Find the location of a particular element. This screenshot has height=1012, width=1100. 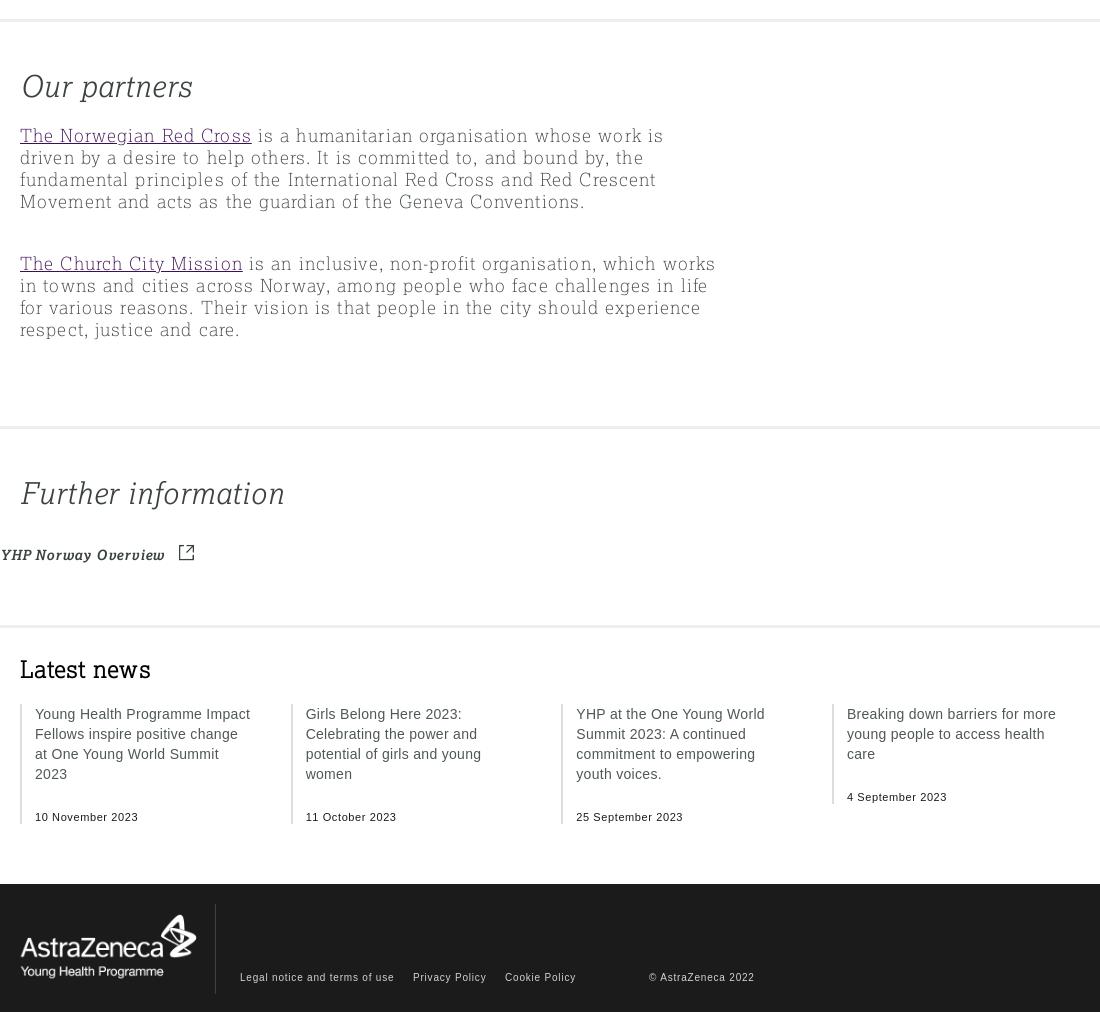

'© AstraZeneca 2022' is located at coordinates (700, 976).